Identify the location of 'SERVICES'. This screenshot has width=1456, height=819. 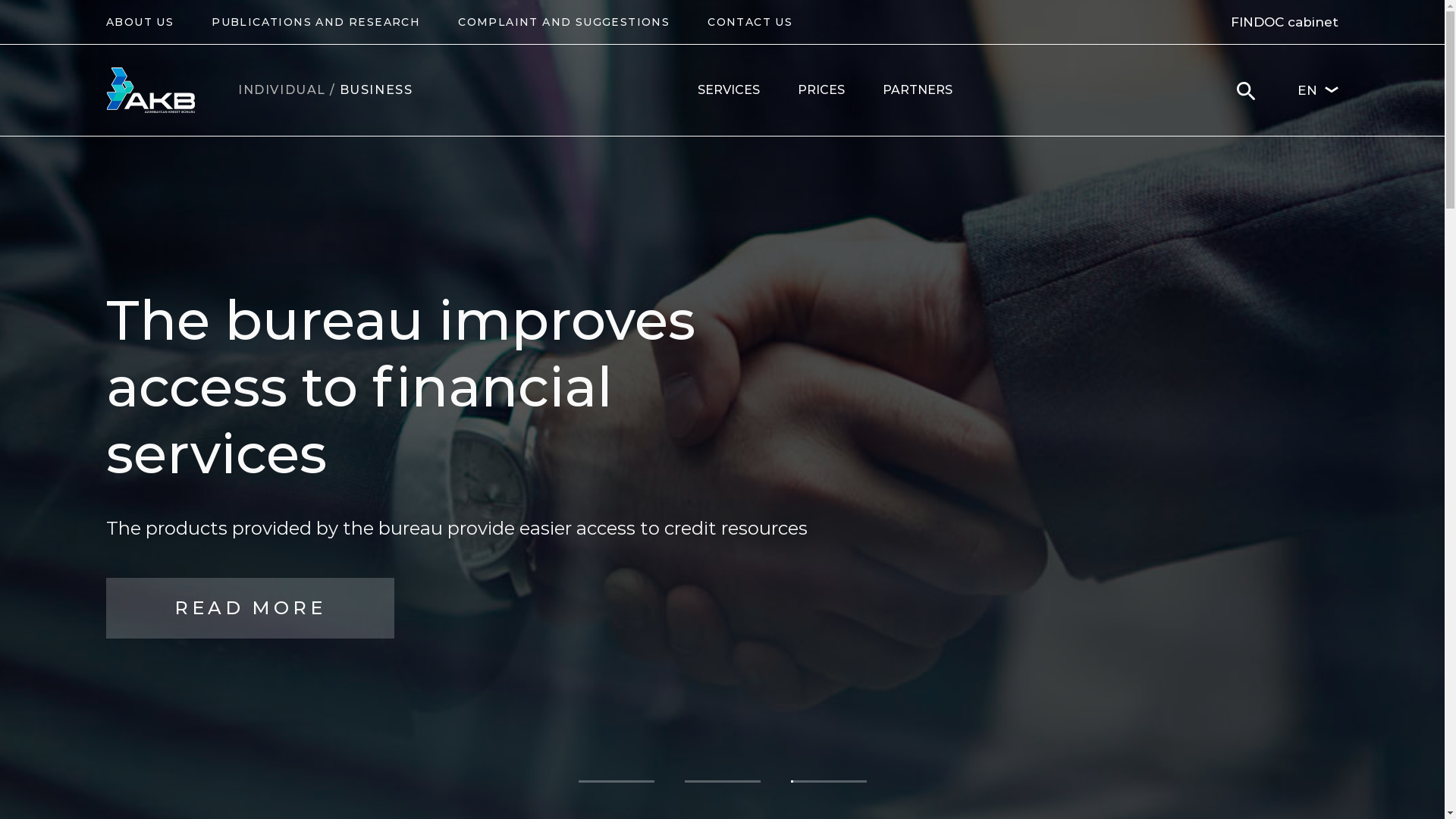
(728, 90).